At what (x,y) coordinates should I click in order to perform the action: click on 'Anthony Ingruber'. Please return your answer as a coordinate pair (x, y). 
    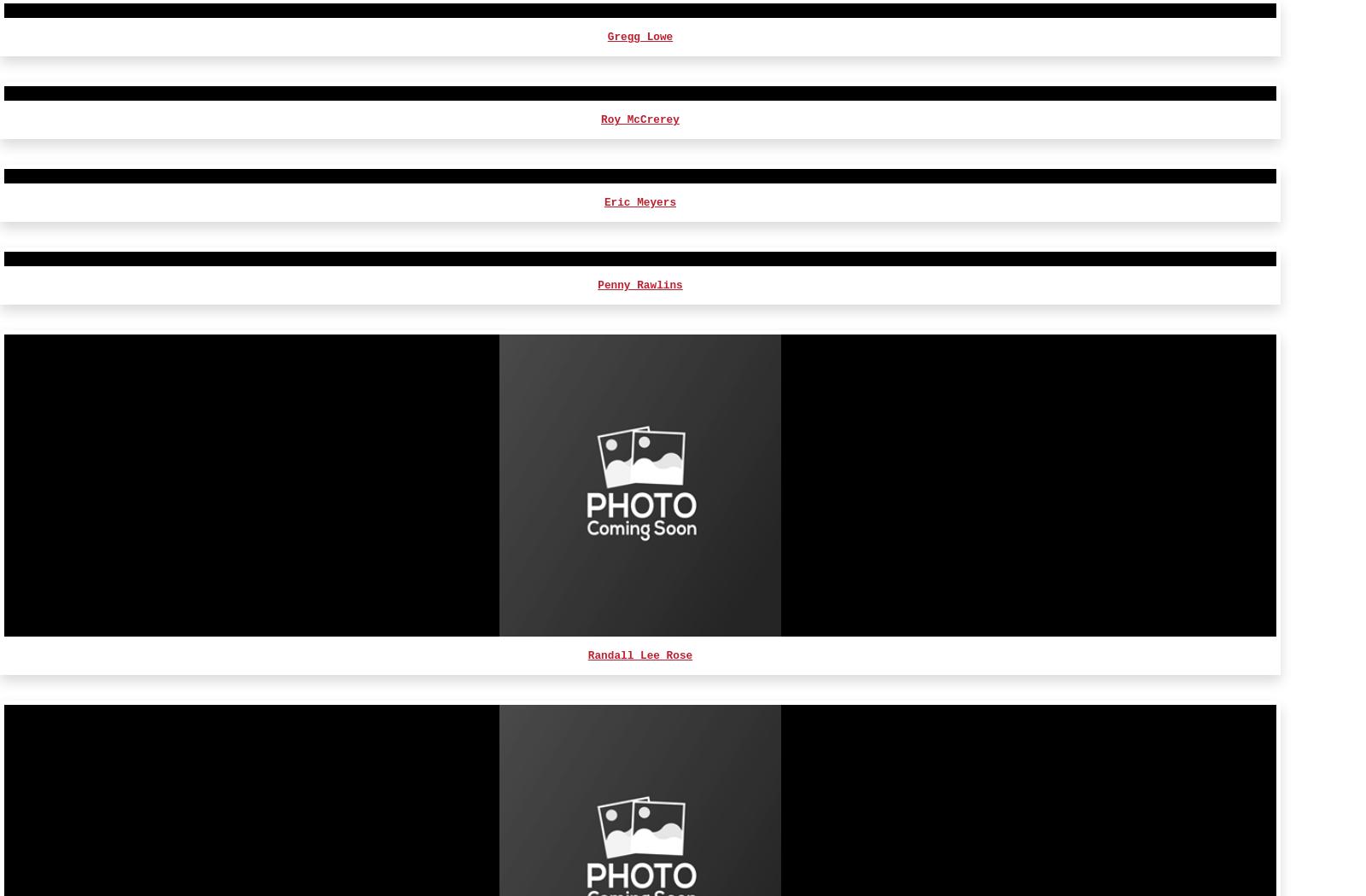
    Looking at the image, I should click on (587, 816).